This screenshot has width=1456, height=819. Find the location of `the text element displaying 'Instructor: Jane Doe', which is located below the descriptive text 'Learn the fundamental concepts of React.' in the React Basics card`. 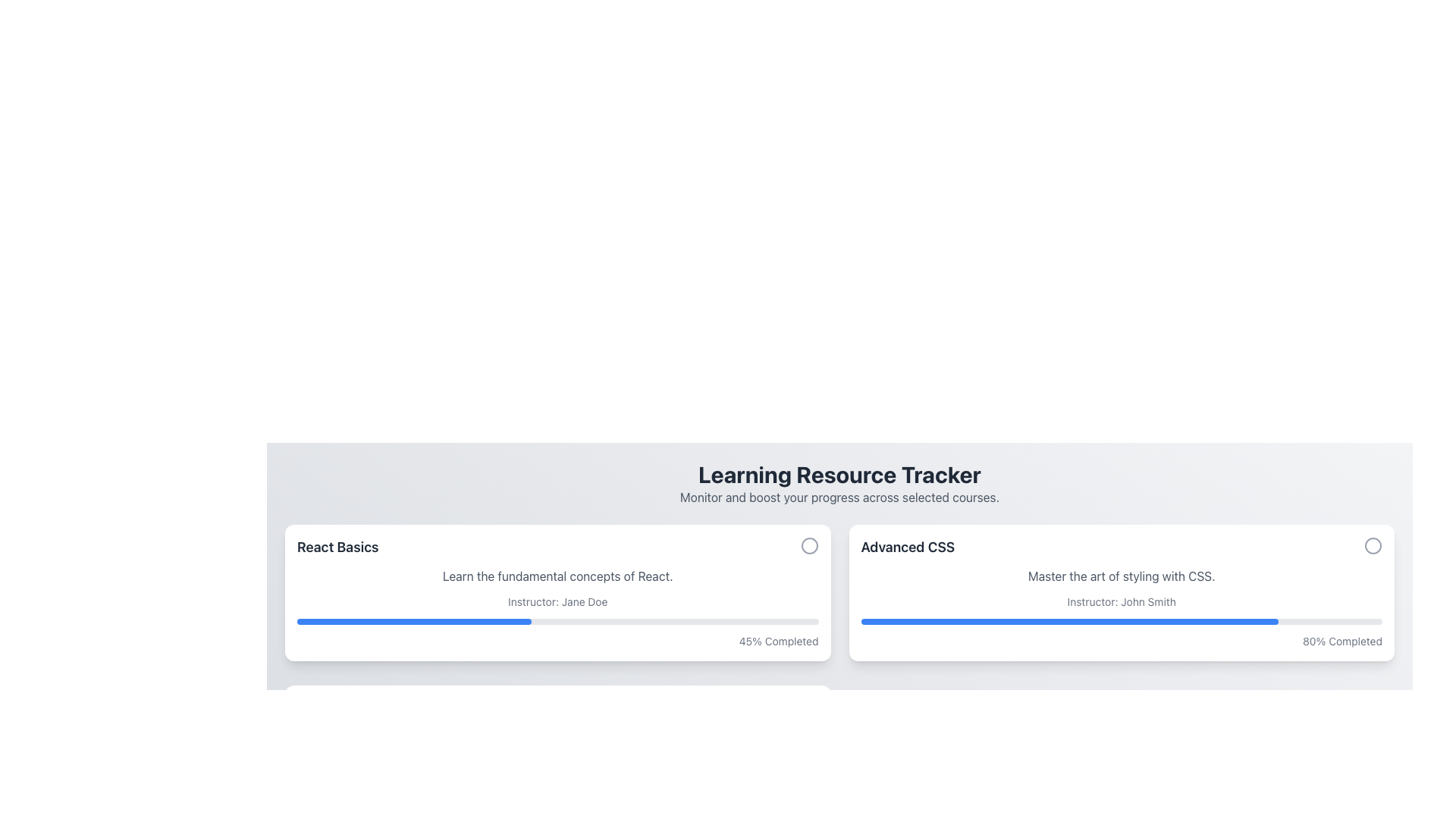

the text element displaying 'Instructor: Jane Doe', which is located below the descriptive text 'Learn the fundamental concepts of React.' in the React Basics card is located at coordinates (557, 601).